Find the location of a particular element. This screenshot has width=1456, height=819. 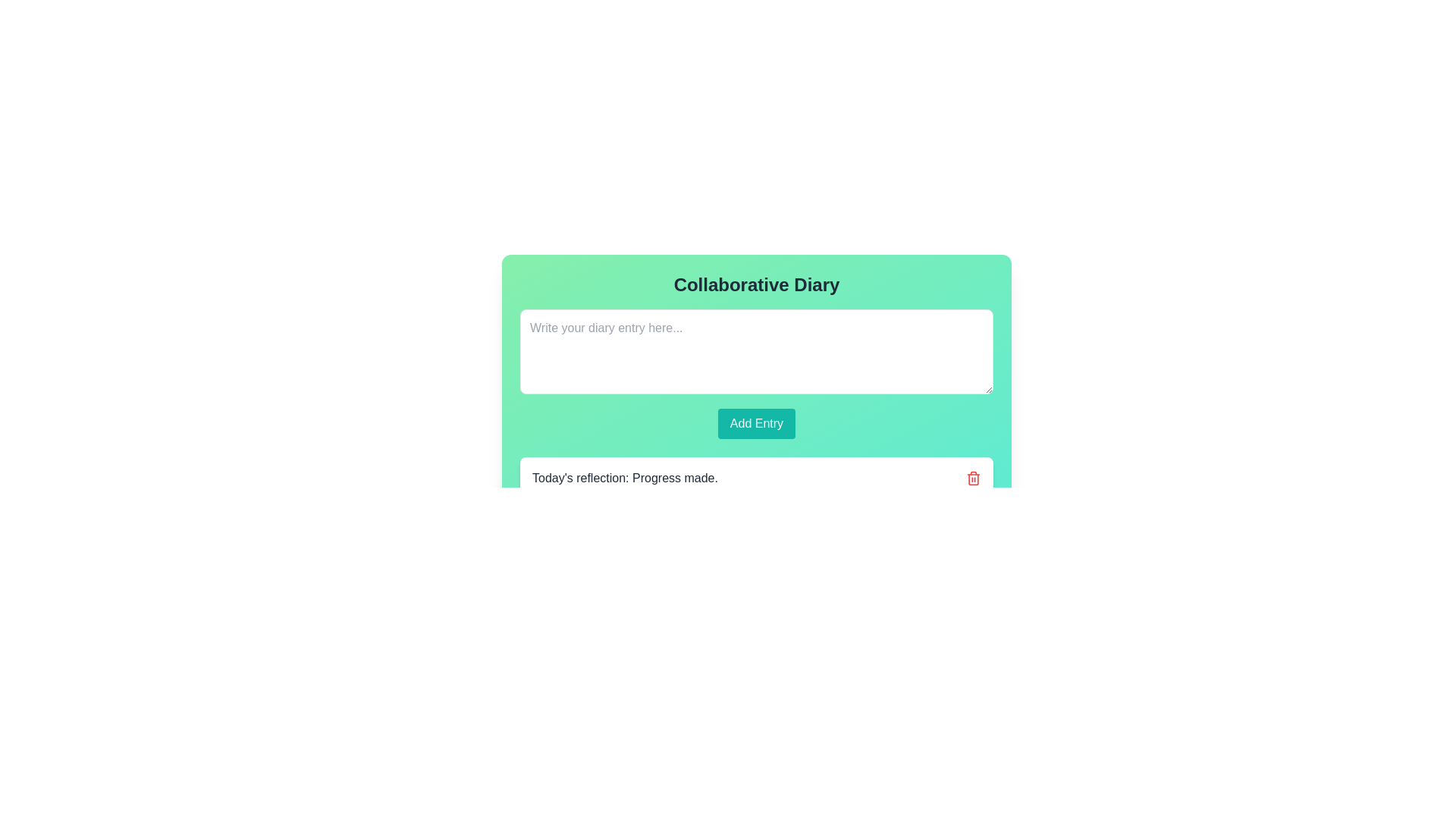

the title text at the top of the card, which indicates its purpose or subject matter is located at coordinates (757, 284).